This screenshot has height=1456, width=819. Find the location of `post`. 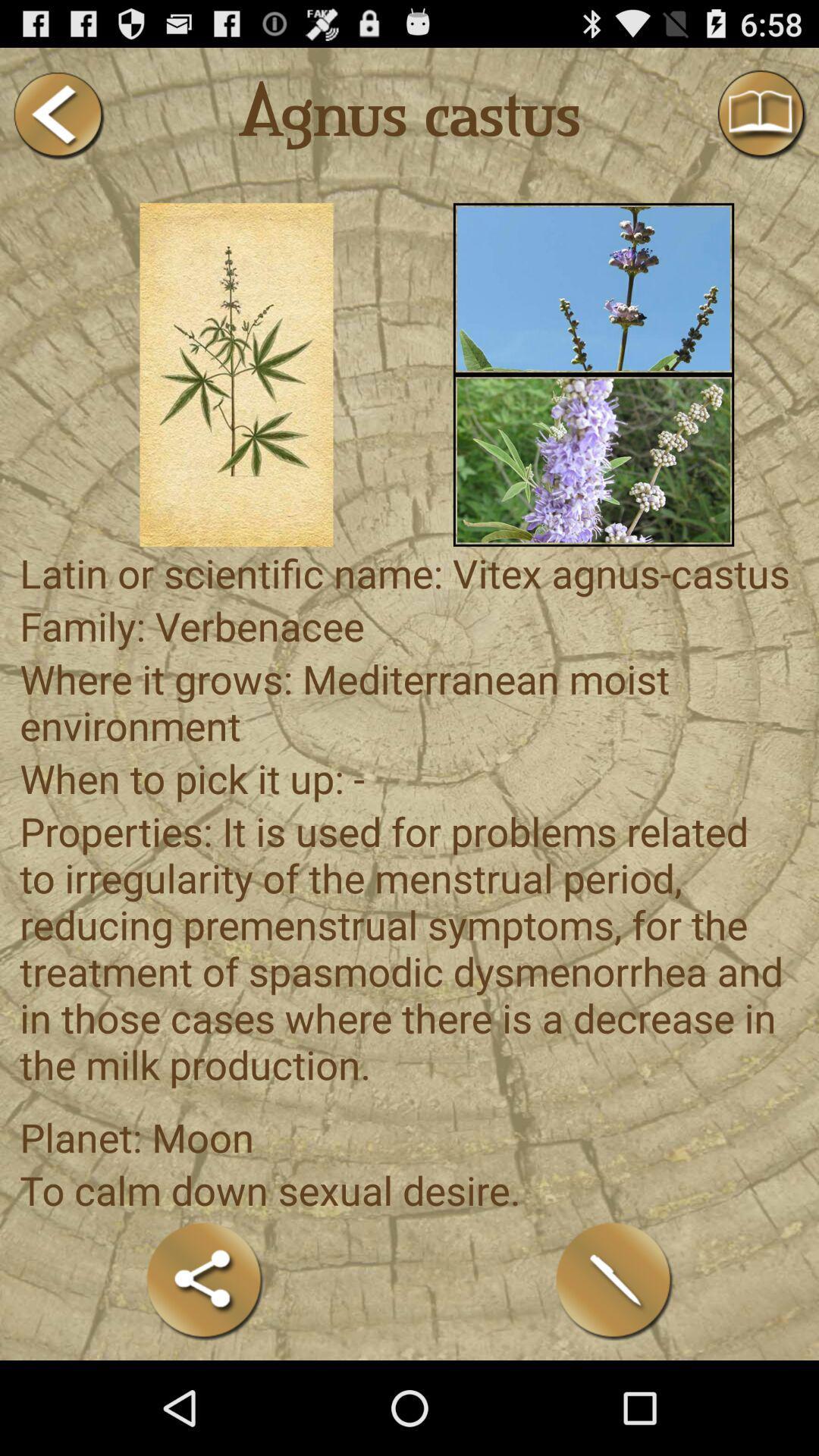

post is located at coordinates (614, 1280).